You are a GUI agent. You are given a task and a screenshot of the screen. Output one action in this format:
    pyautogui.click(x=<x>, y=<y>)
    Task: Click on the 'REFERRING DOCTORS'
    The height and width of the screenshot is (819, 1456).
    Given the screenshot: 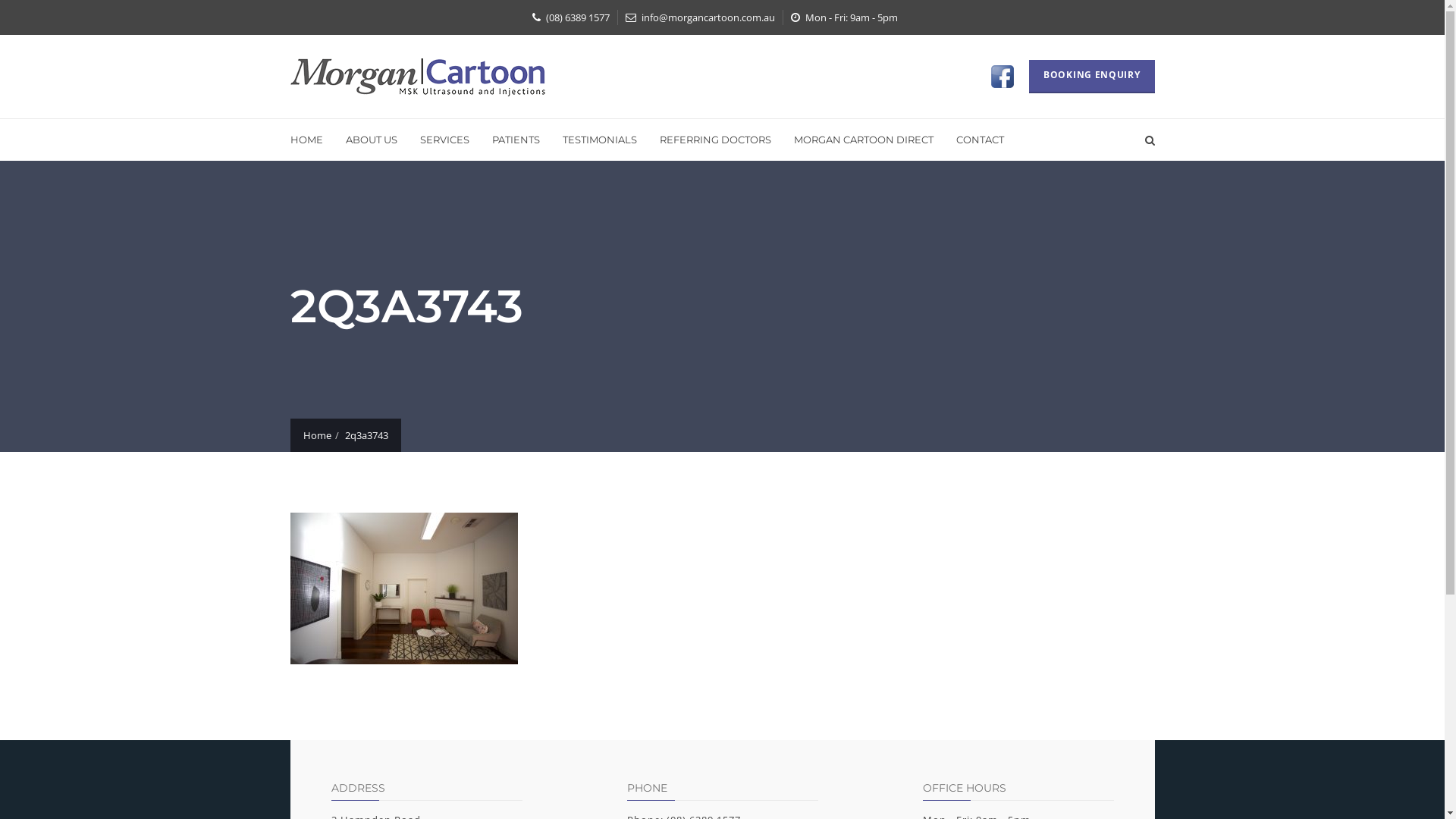 What is the action you would take?
    pyautogui.click(x=648, y=140)
    